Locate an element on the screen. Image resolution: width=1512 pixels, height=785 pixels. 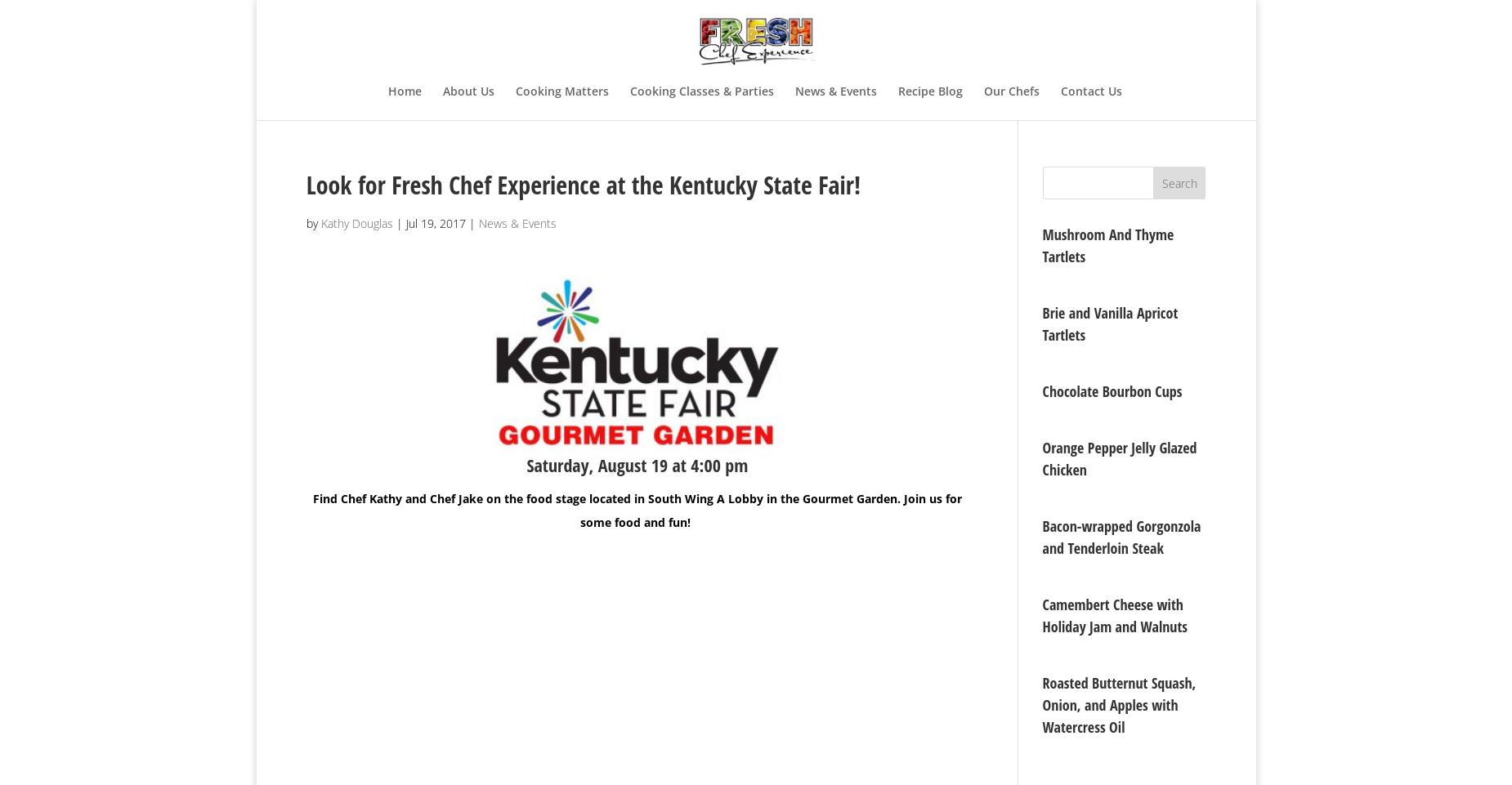
'Brie and Vanilla Apricot Tartlets' is located at coordinates (1109, 323).